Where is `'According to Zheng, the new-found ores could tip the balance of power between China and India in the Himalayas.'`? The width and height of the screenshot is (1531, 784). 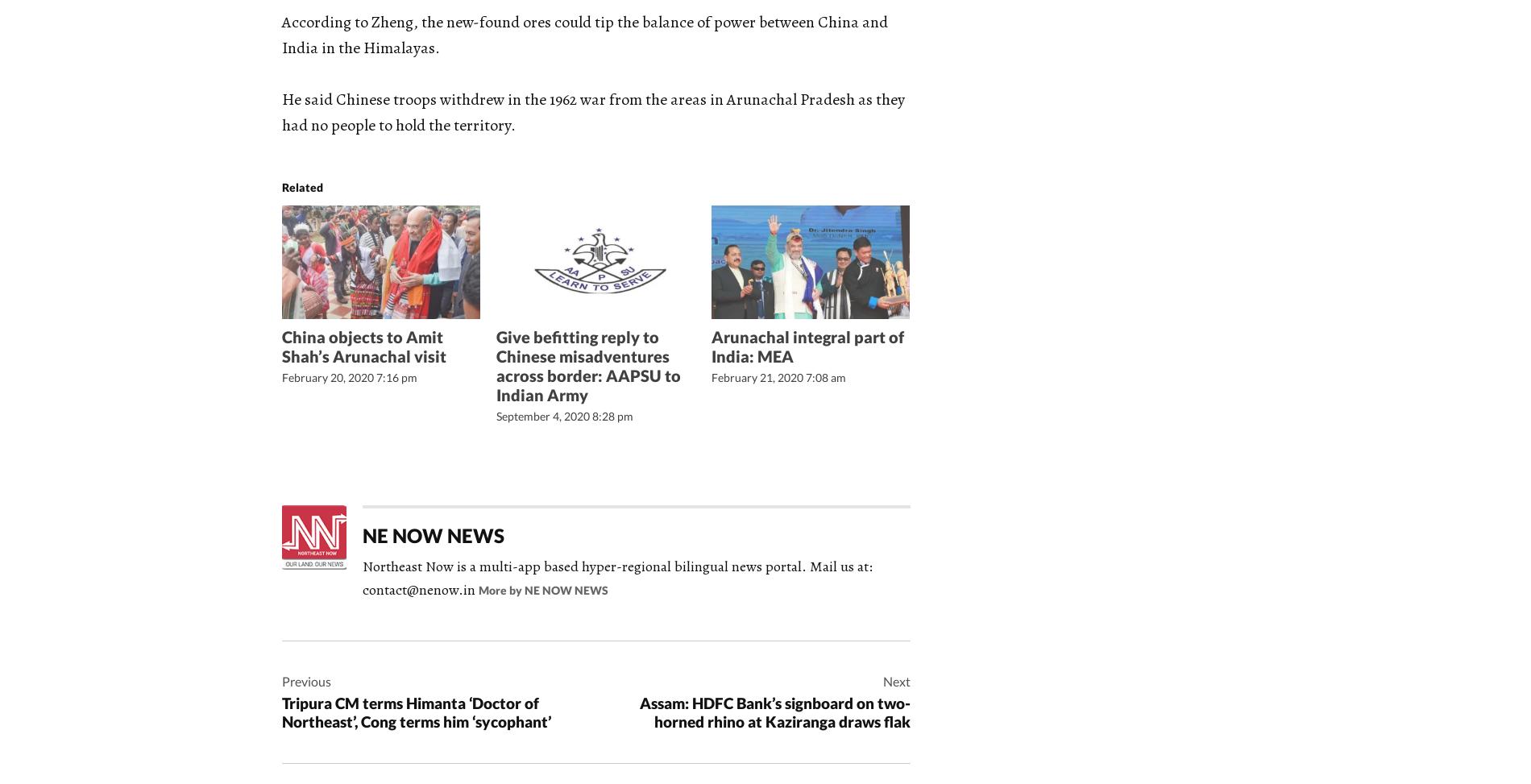 'According to Zheng, the new-found ores could tip the balance of power between China and India in the Himalayas.' is located at coordinates (583, 35).